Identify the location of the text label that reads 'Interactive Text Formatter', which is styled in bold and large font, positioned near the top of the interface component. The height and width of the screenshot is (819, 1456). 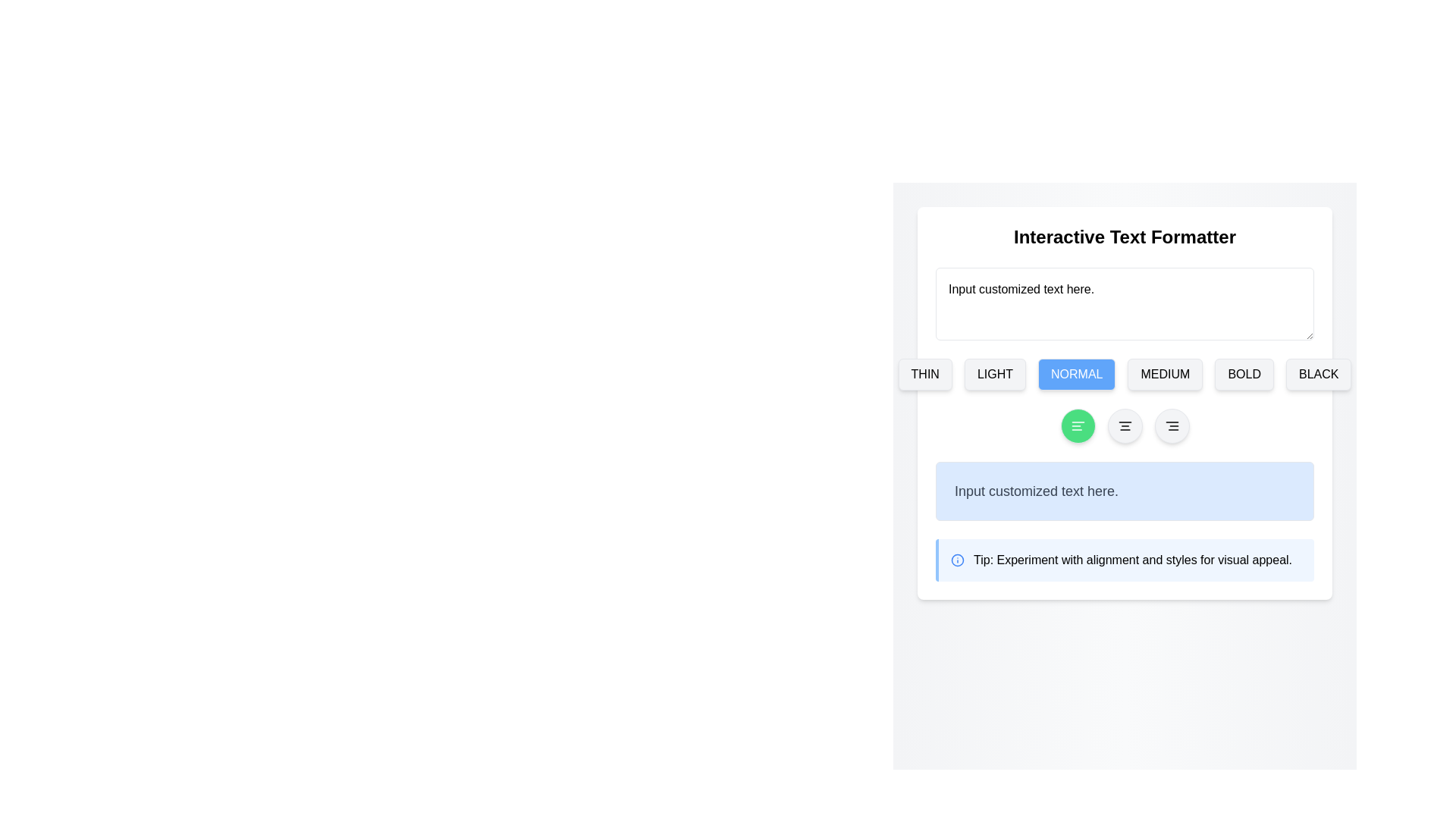
(1125, 237).